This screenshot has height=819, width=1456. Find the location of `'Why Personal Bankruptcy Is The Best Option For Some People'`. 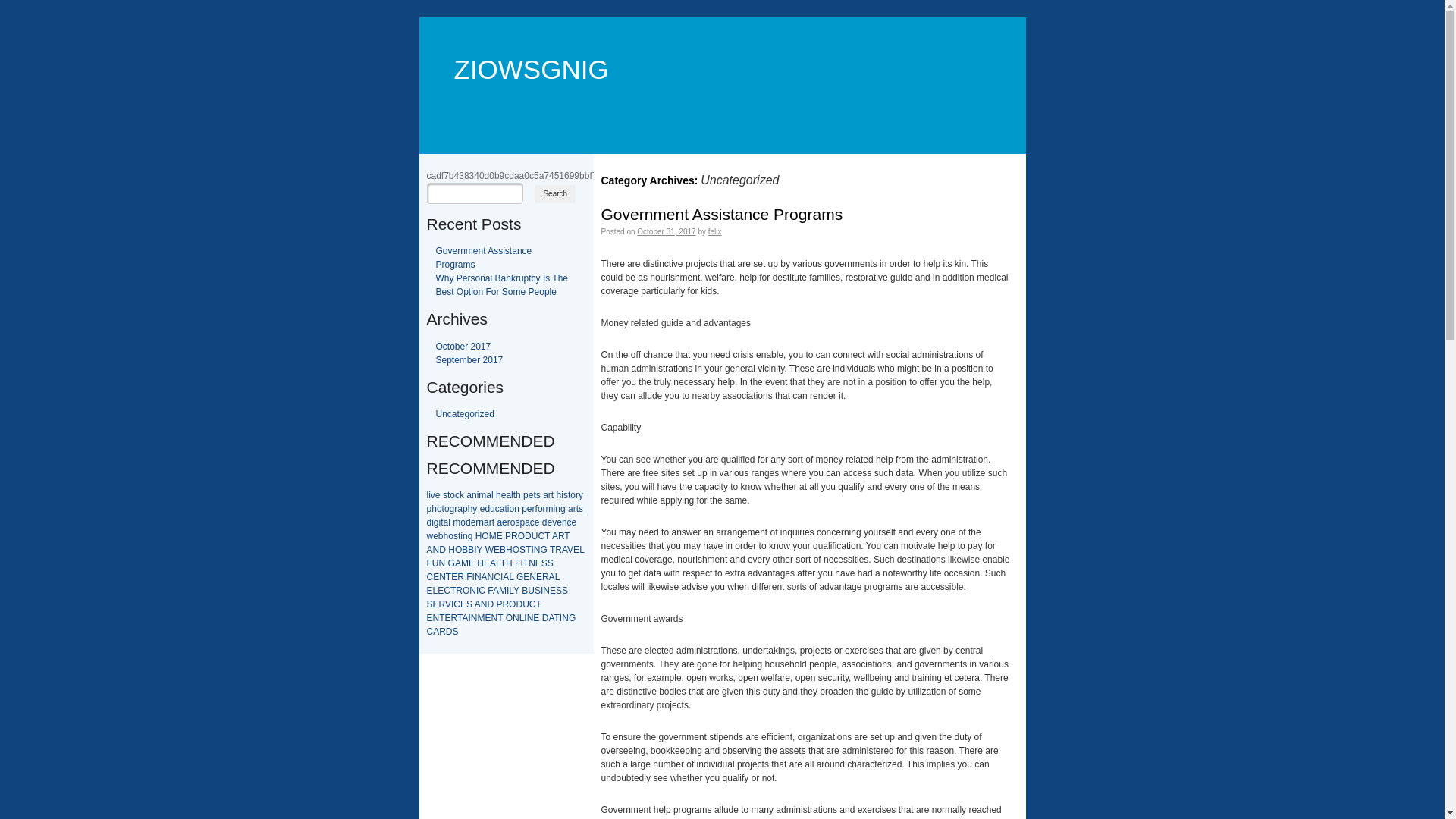

'Why Personal Bankruptcy Is The Best Option For Some People' is located at coordinates (501, 284).